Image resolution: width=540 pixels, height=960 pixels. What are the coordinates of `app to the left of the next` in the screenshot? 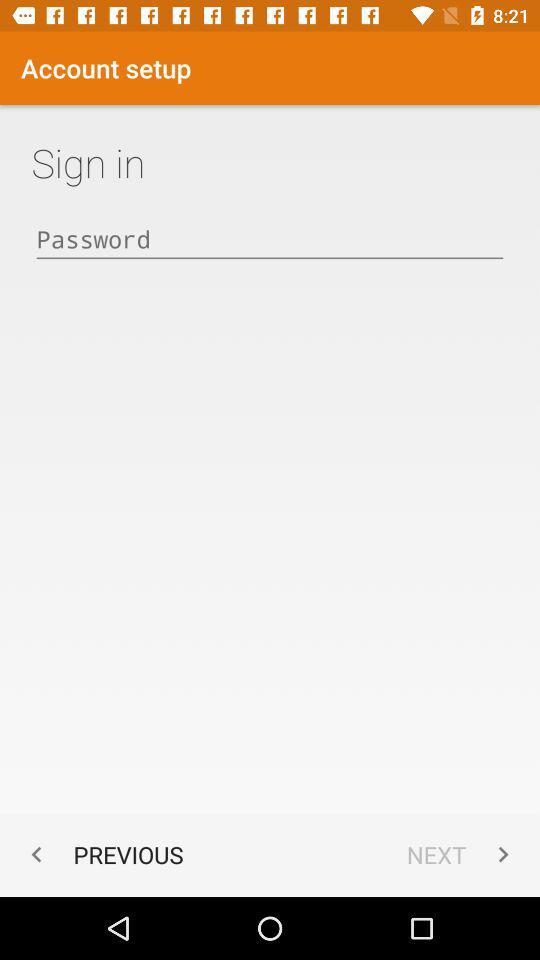 It's located at (102, 853).